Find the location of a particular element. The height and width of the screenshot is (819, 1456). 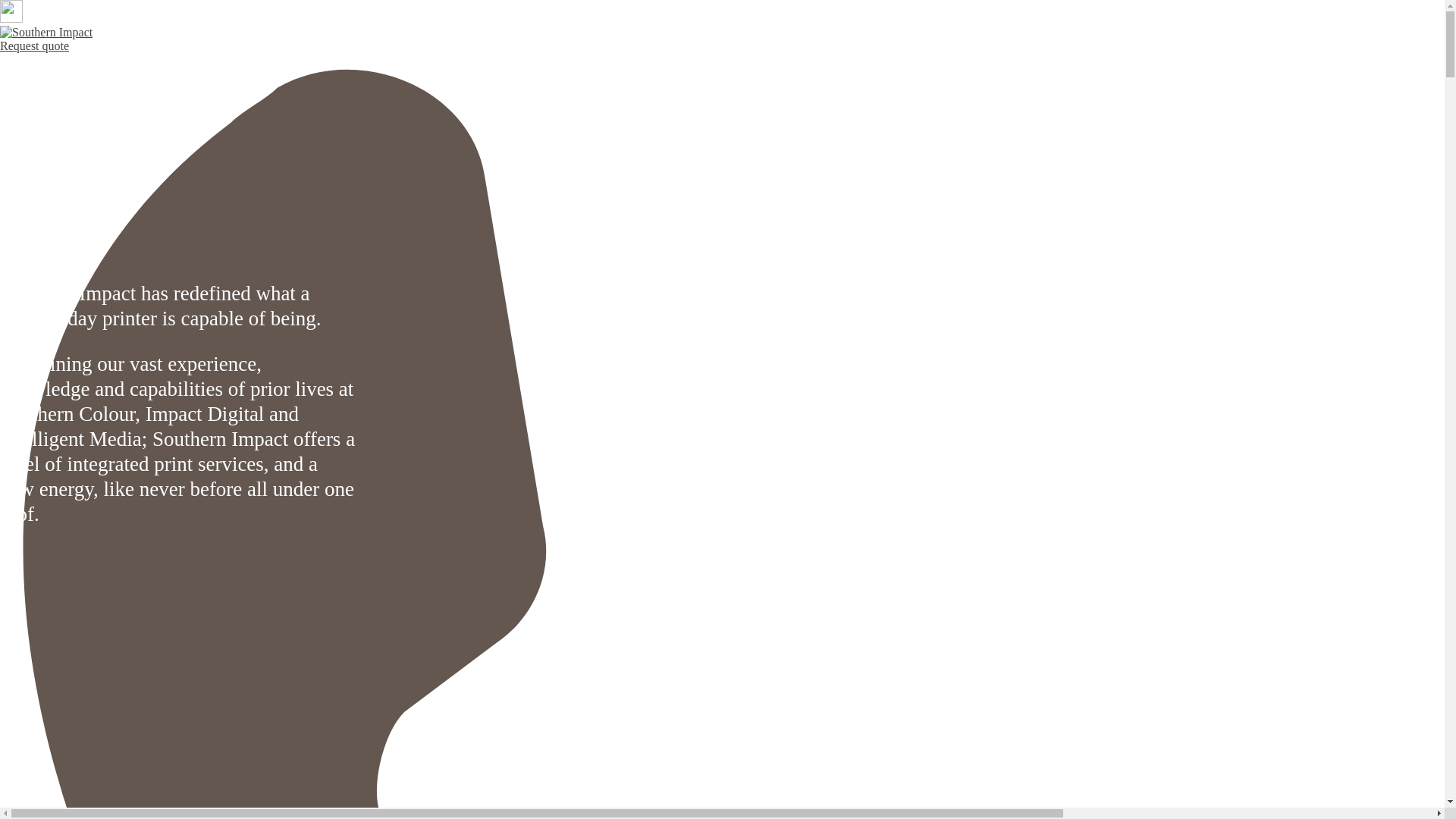

'Request quote' is located at coordinates (34, 45).